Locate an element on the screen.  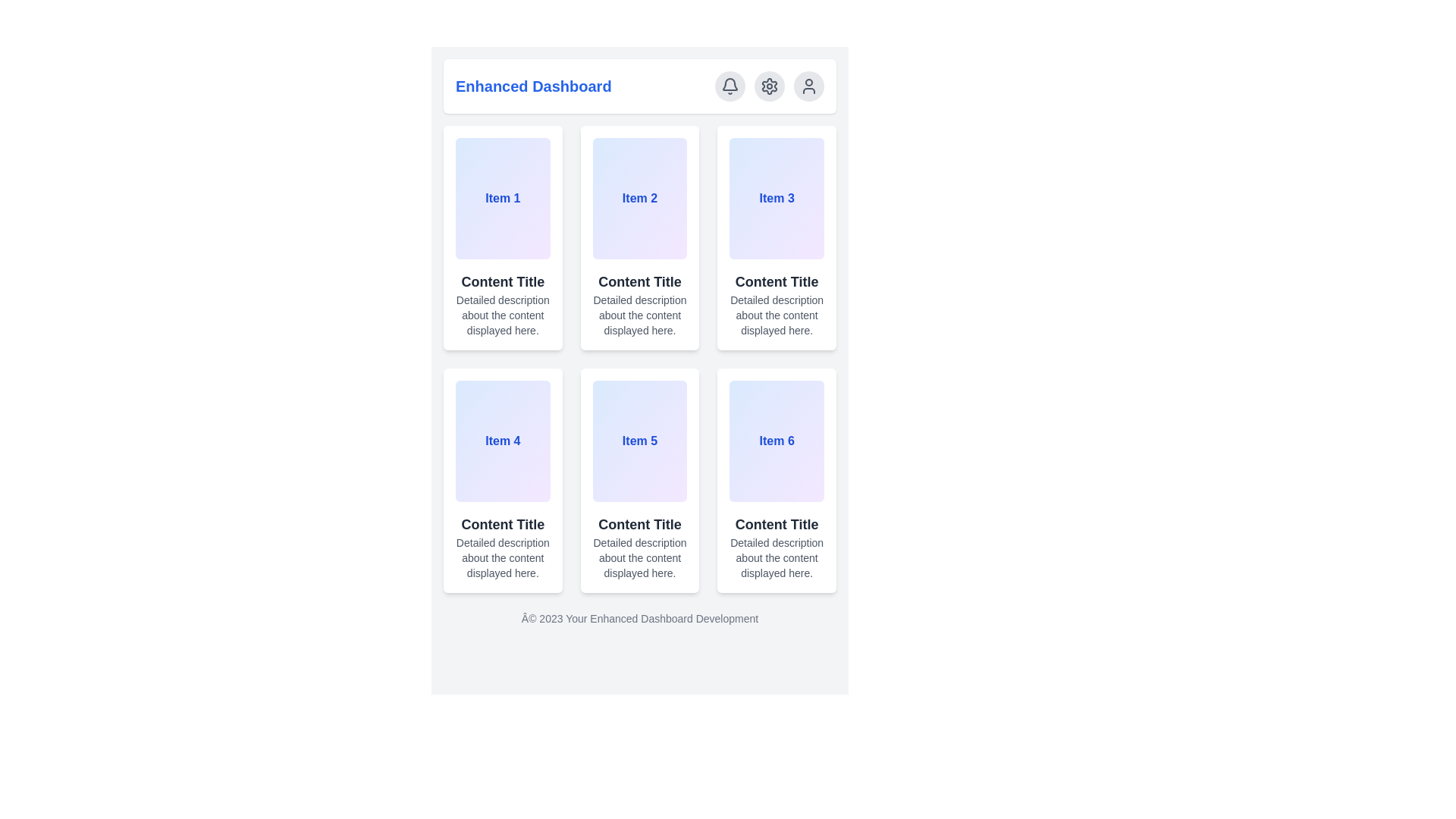
the text label displaying 'Content Title' in bold and dark gray, located below 'Item 4' in the fourth column and second row of the grid layout is located at coordinates (503, 523).